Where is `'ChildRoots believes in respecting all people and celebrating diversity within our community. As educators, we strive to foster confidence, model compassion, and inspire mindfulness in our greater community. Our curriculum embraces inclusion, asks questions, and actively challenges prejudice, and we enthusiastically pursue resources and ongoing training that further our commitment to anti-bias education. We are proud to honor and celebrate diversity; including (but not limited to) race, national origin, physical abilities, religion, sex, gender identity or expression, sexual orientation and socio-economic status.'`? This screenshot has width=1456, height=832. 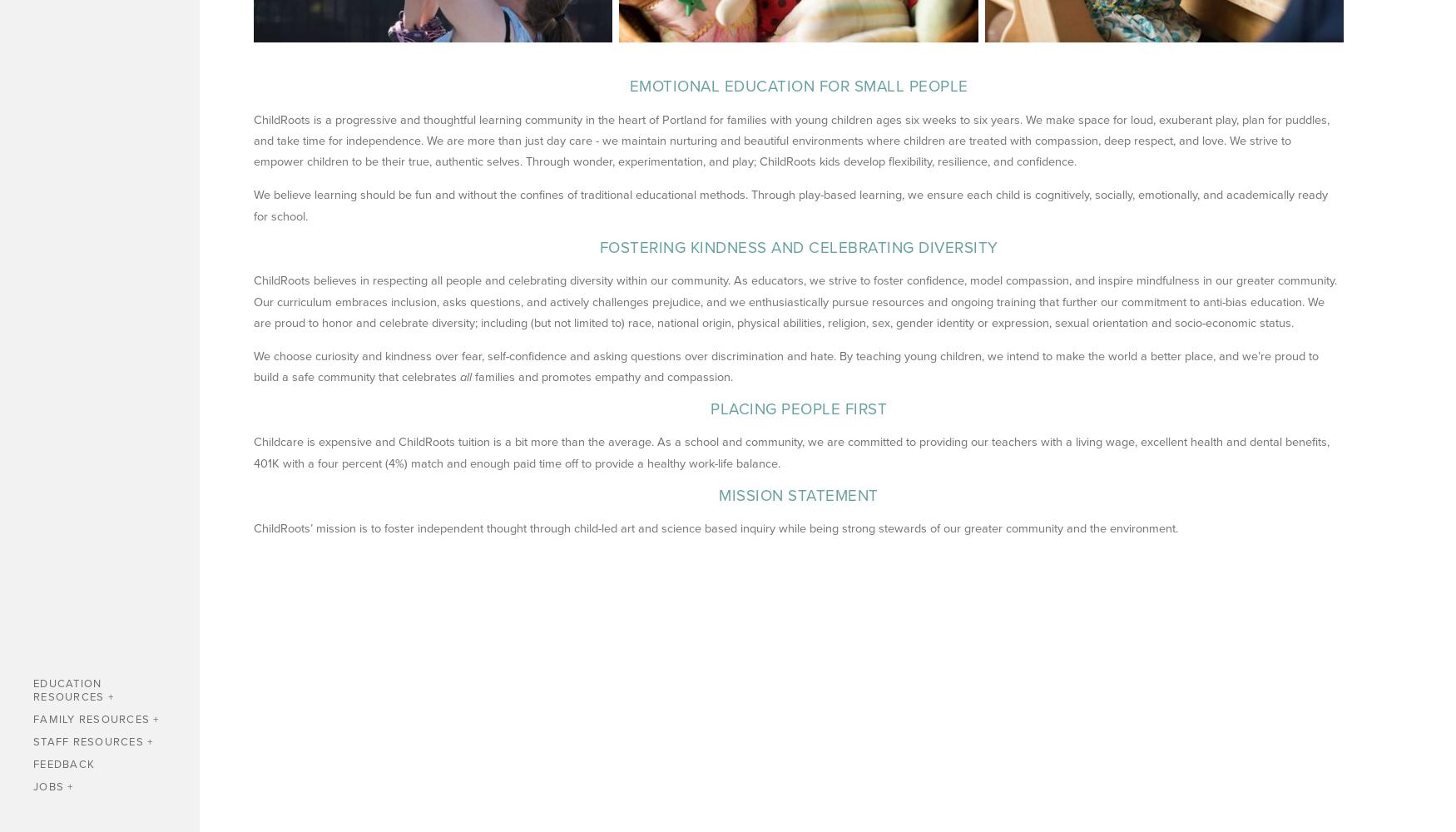 'ChildRoots believes in respecting all people and celebrating diversity within our community. As educators, we strive to foster confidence, model compassion, and inspire mindfulness in our greater community. Our curriculum embraces inclusion, asks questions, and actively challenges prejudice, and we enthusiastically pursue resources and ongoing training that further our commitment to anti-bias education. We are proud to honor and celebrate diversity; including (but not limited to) race, national origin, physical abilities, religion, sex, gender identity or expression, sexual orientation and socio-economic status.' is located at coordinates (796, 300).